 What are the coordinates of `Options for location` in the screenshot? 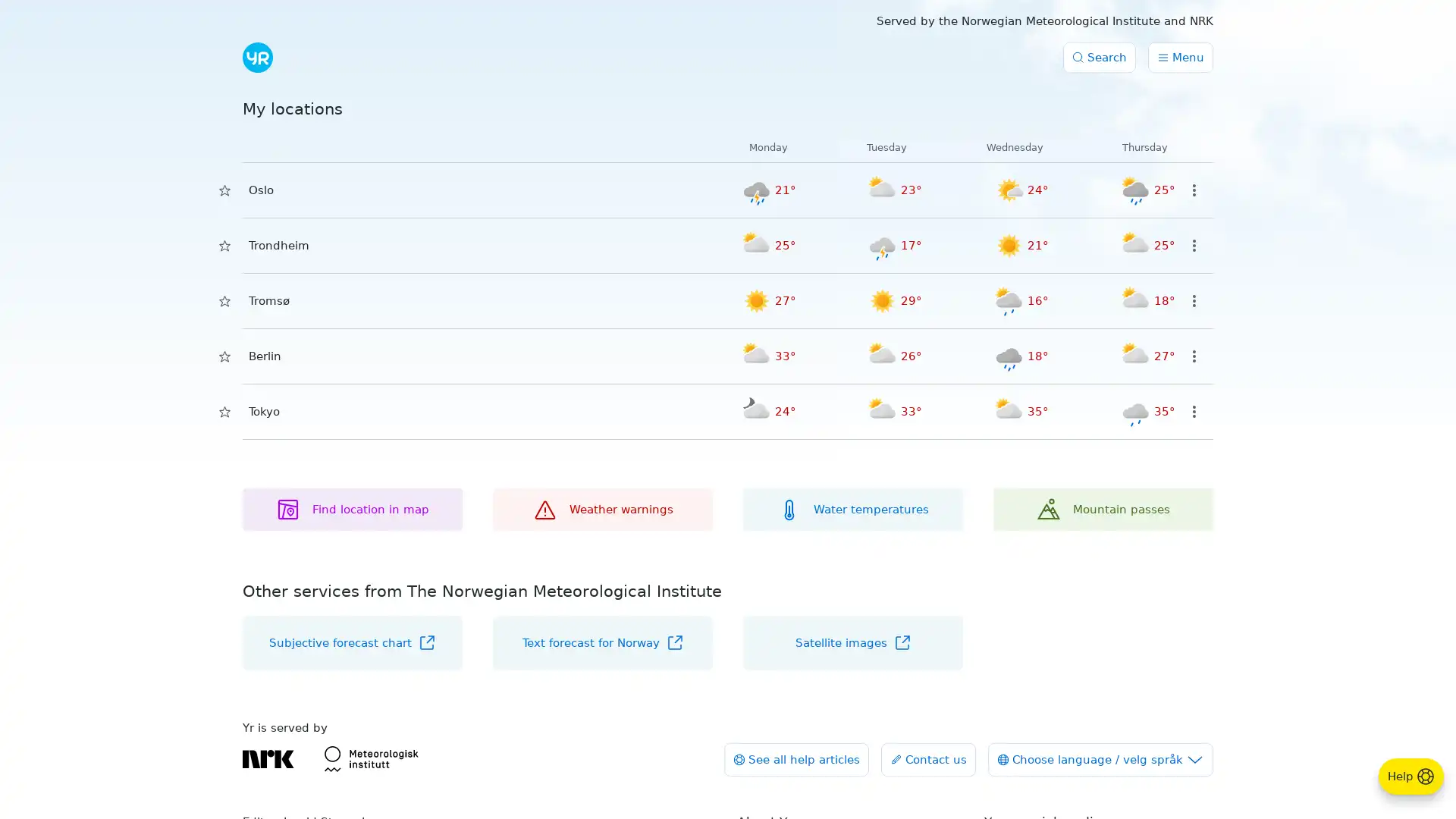 It's located at (1193, 412).